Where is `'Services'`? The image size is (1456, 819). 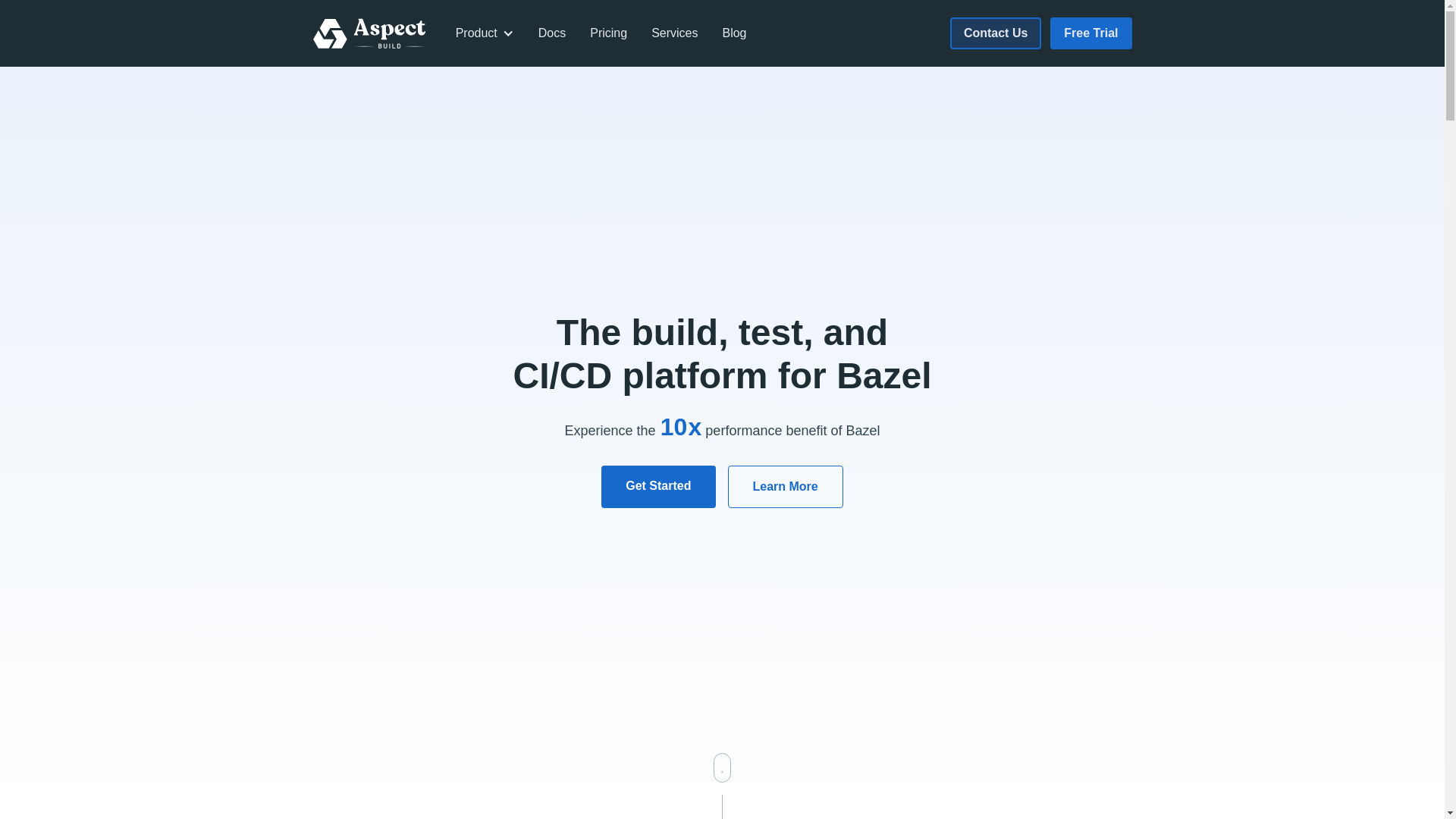
'Services' is located at coordinates (673, 33).